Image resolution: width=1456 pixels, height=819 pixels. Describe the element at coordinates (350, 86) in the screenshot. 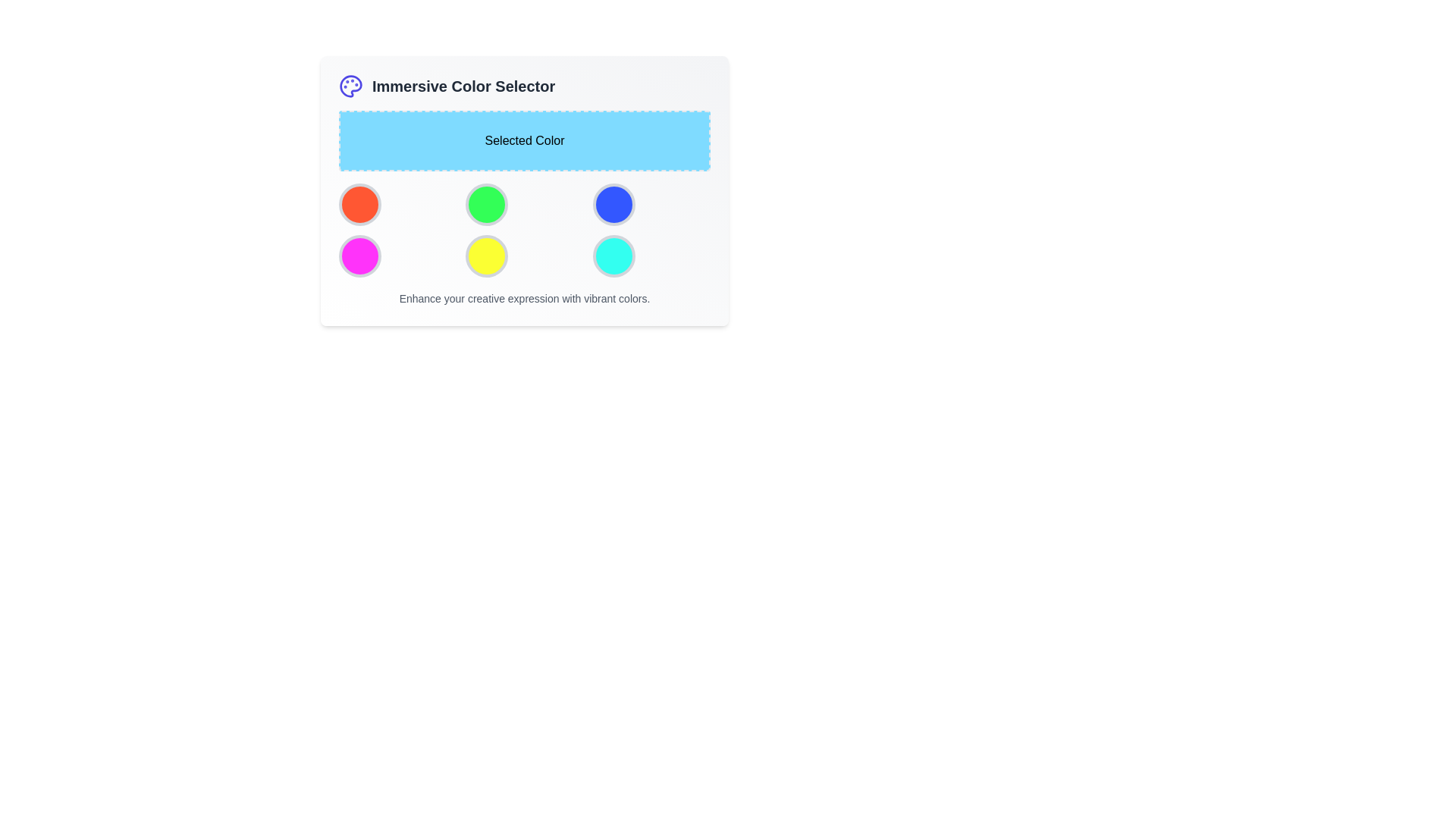

I see `the solid circular color palette icon located in the top-left corner of the card's header` at that location.